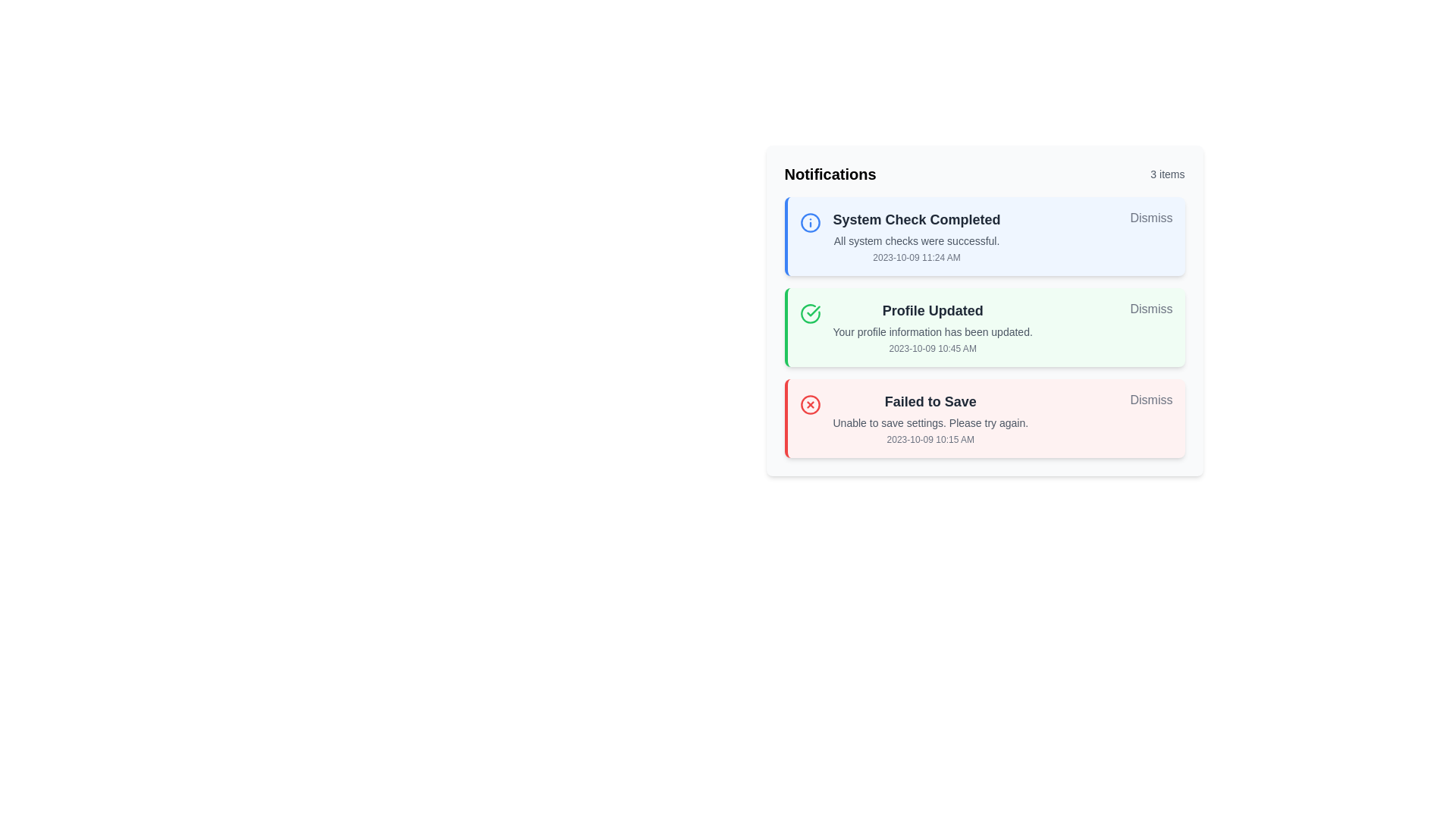  Describe the element at coordinates (932, 338) in the screenshot. I see `the status information text label indicating profile update success, which is located as the second block in the 'Profile Updated' notification section above the timestamp '2023-10-09 10:45 AM'` at that location.